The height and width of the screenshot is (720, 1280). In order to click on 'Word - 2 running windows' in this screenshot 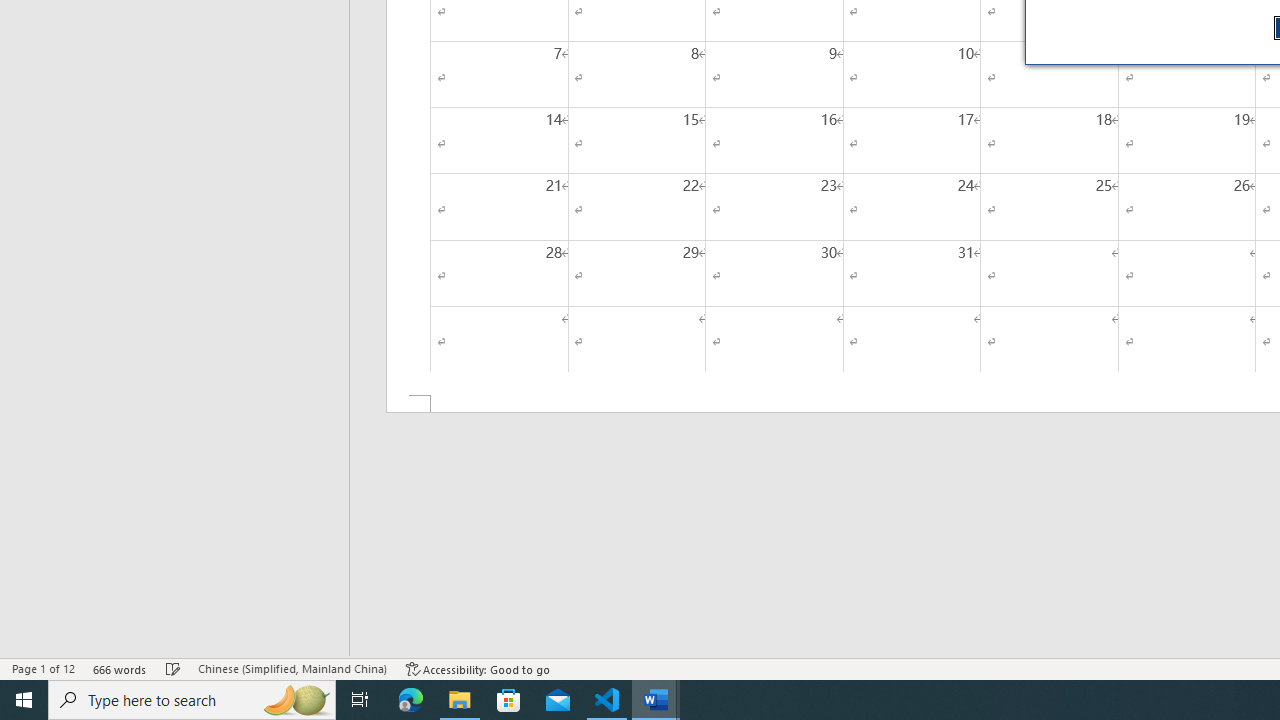, I will do `click(656, 698)`.